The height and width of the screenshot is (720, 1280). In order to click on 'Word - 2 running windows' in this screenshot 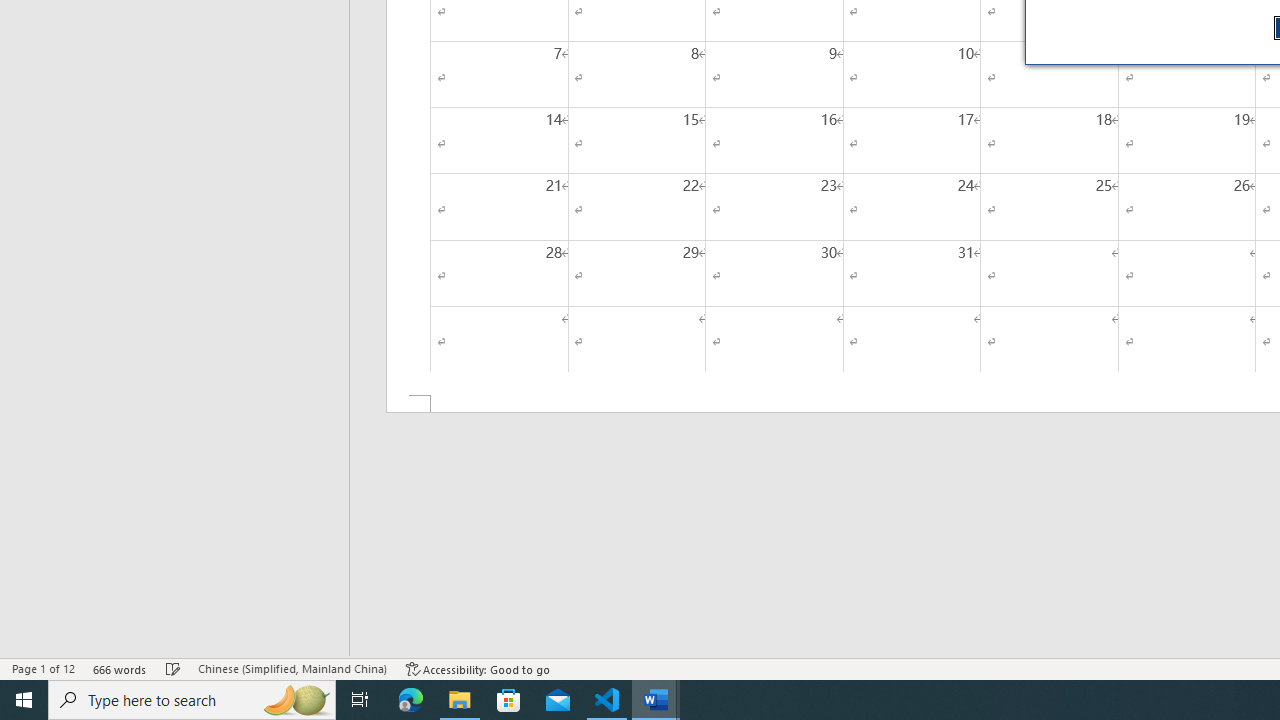, I will do `click(656, 698)`.